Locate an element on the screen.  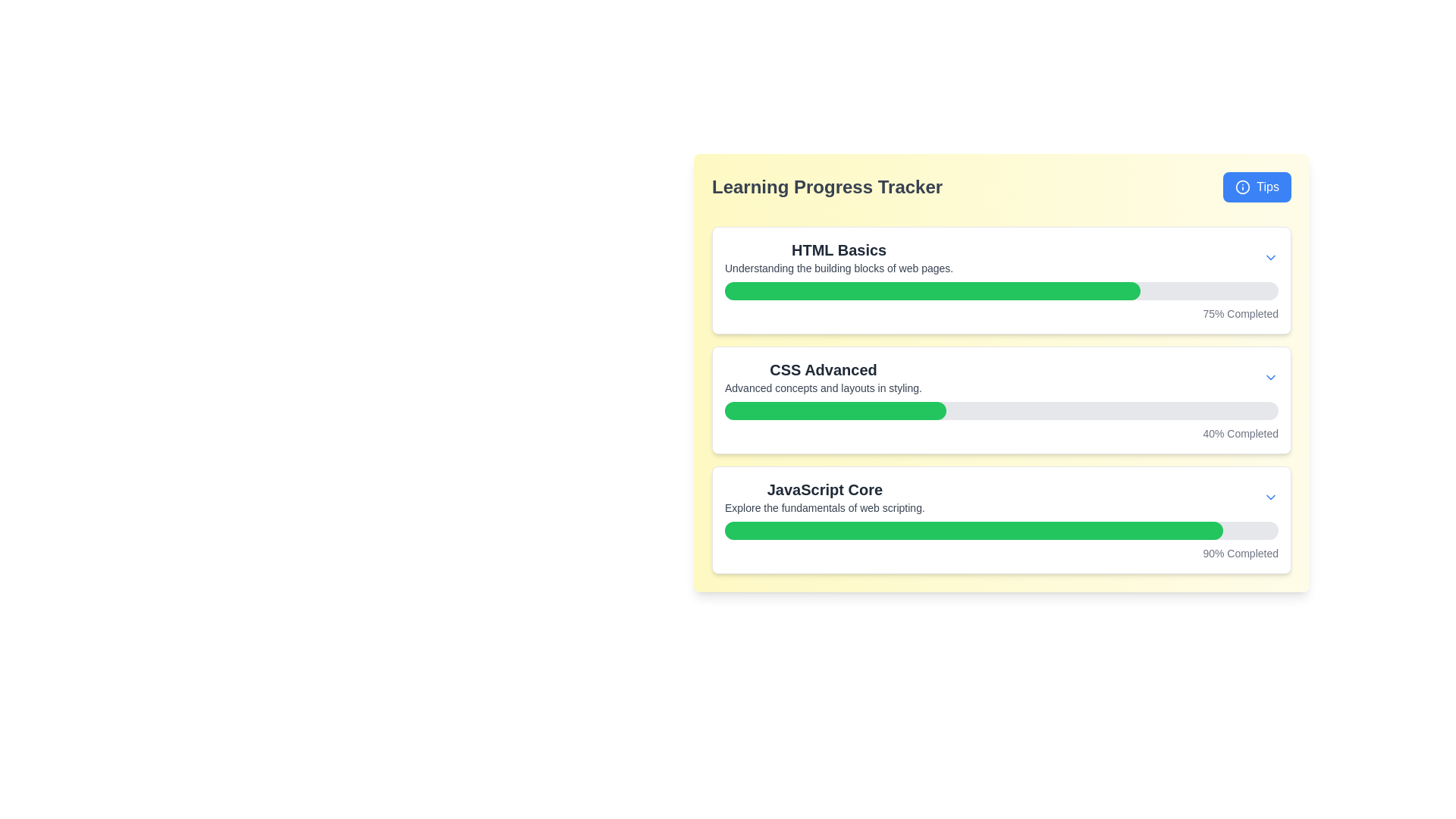
the text label that displays "Understanding the building blocks of web pages." located directly below the title "HTML Basics." is located at coordinates (838, 268).